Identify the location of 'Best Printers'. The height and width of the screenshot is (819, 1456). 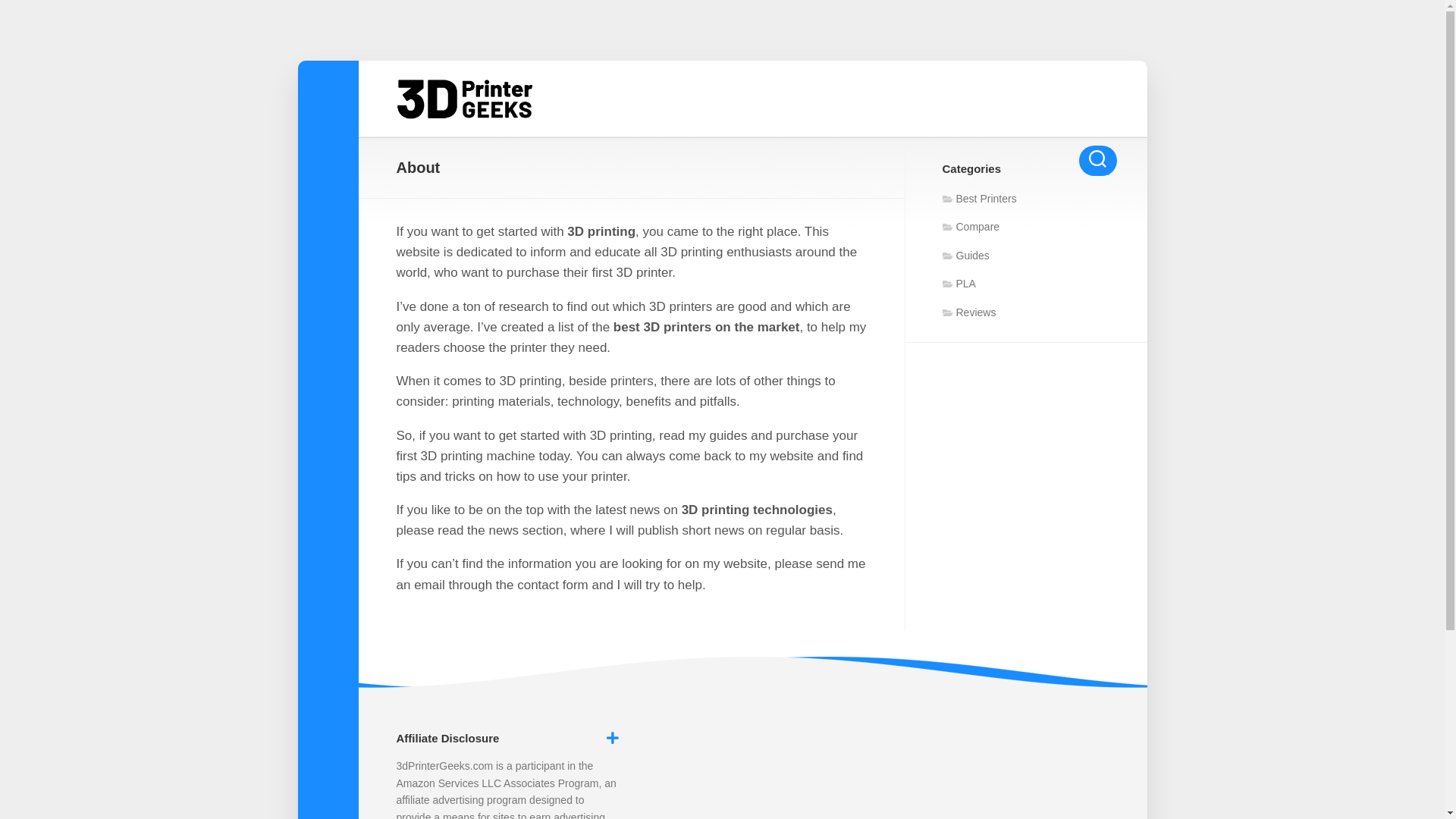
(979, 198).